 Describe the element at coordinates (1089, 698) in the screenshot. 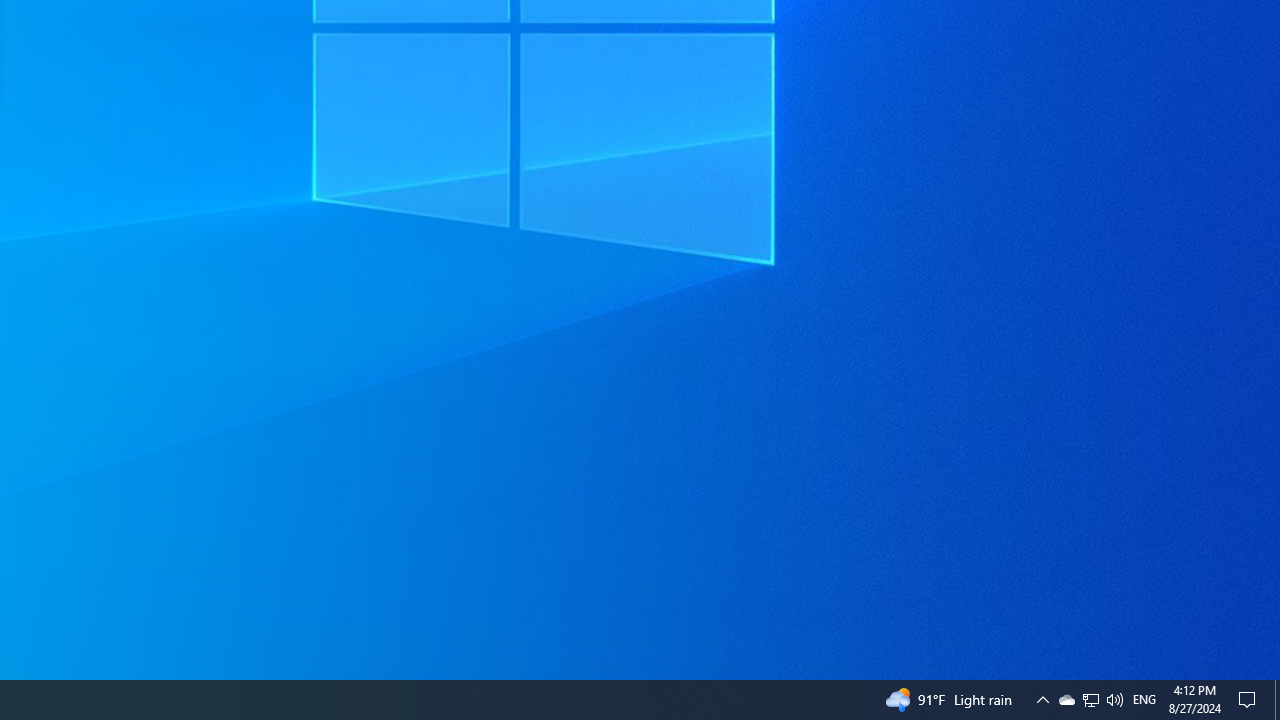

I see `'User Promoted Notification Area'` at that location.